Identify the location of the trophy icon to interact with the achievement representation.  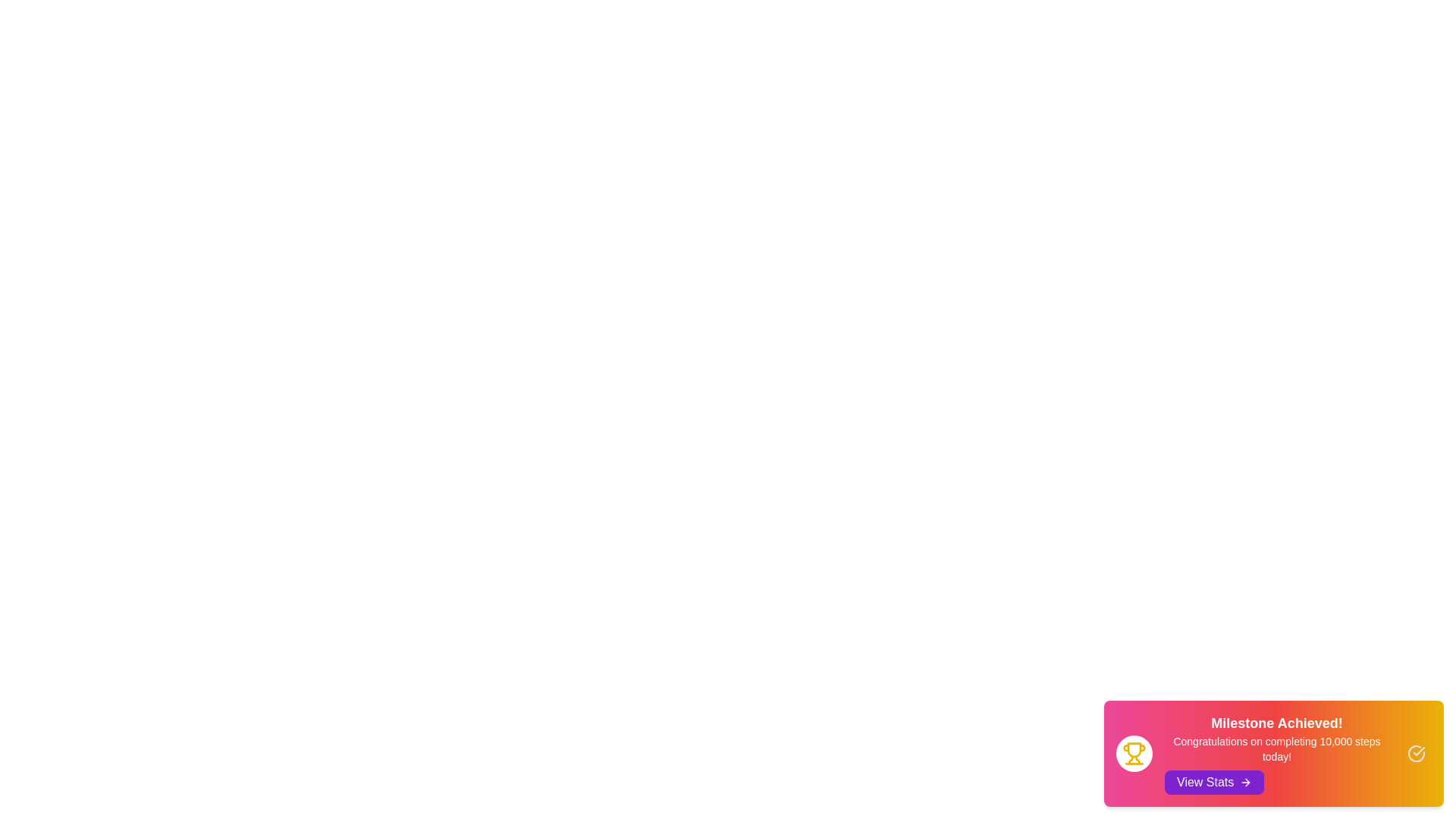
(1134, 754).